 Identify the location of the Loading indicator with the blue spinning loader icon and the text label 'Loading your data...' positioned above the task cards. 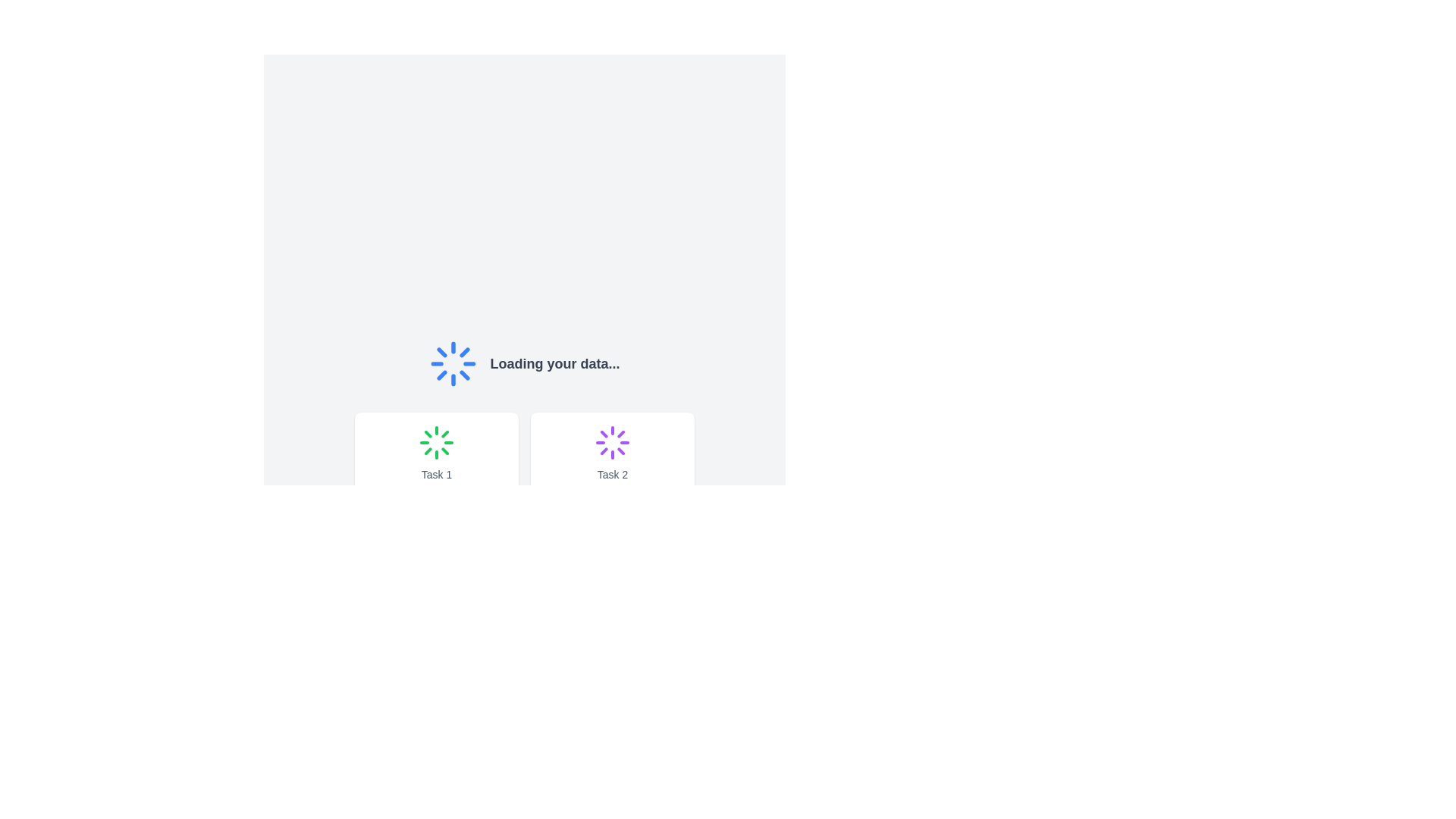
(524, 363).